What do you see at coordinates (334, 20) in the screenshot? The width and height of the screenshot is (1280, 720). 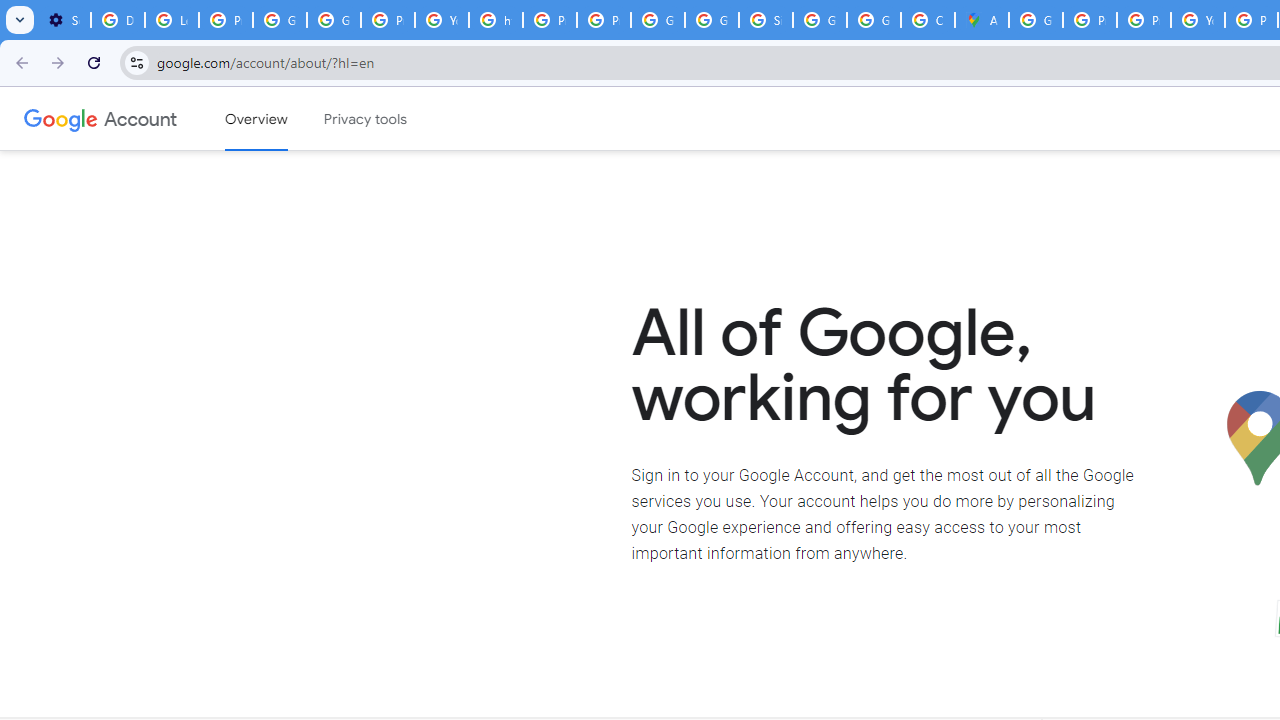 I see `'Google Account Help'` at bounding box center [334, 20].